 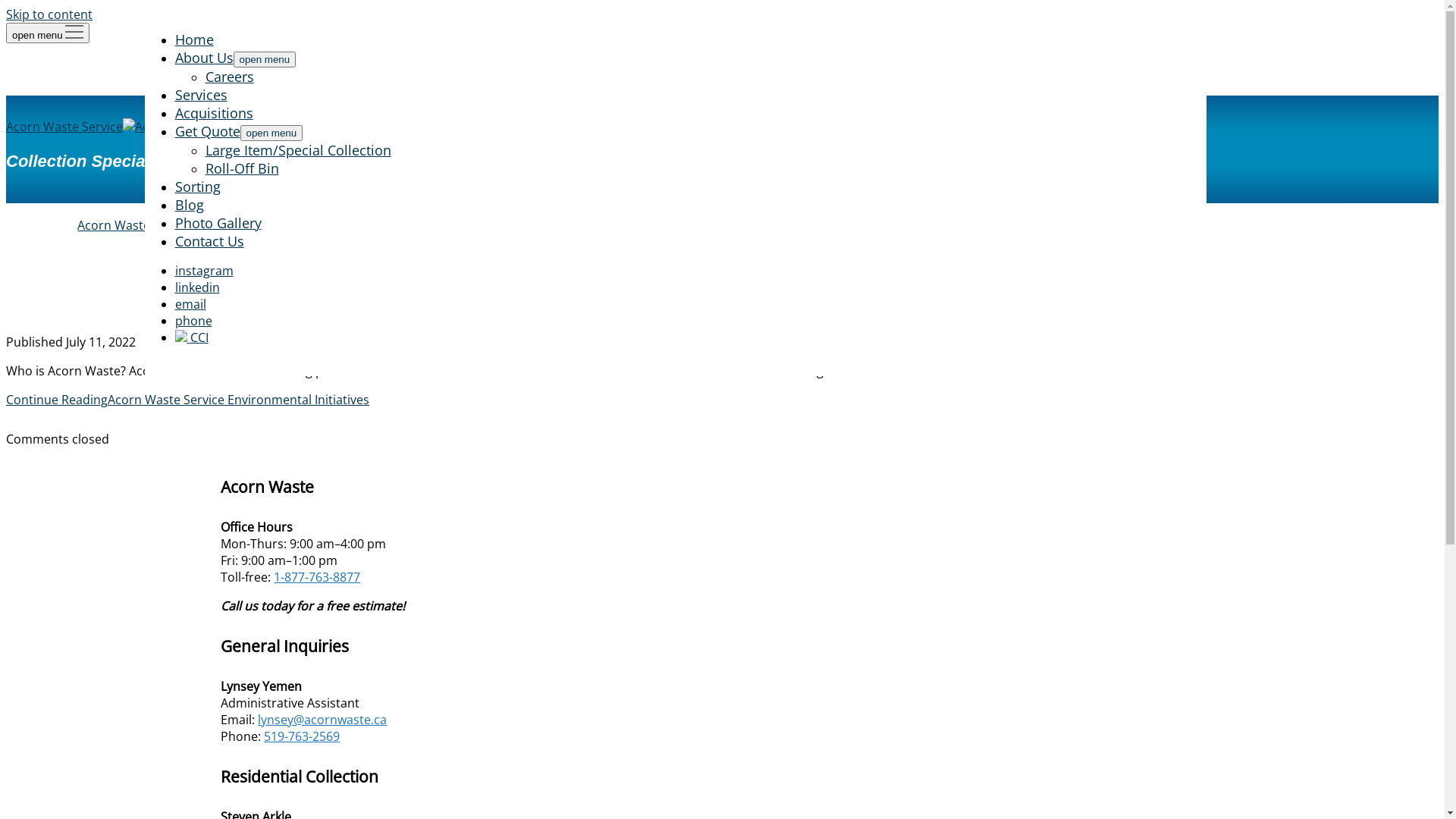 What do you see at coordinates (174, 270) in the screenshot?
I see `'instagram'` at bounding box center [174, 270].